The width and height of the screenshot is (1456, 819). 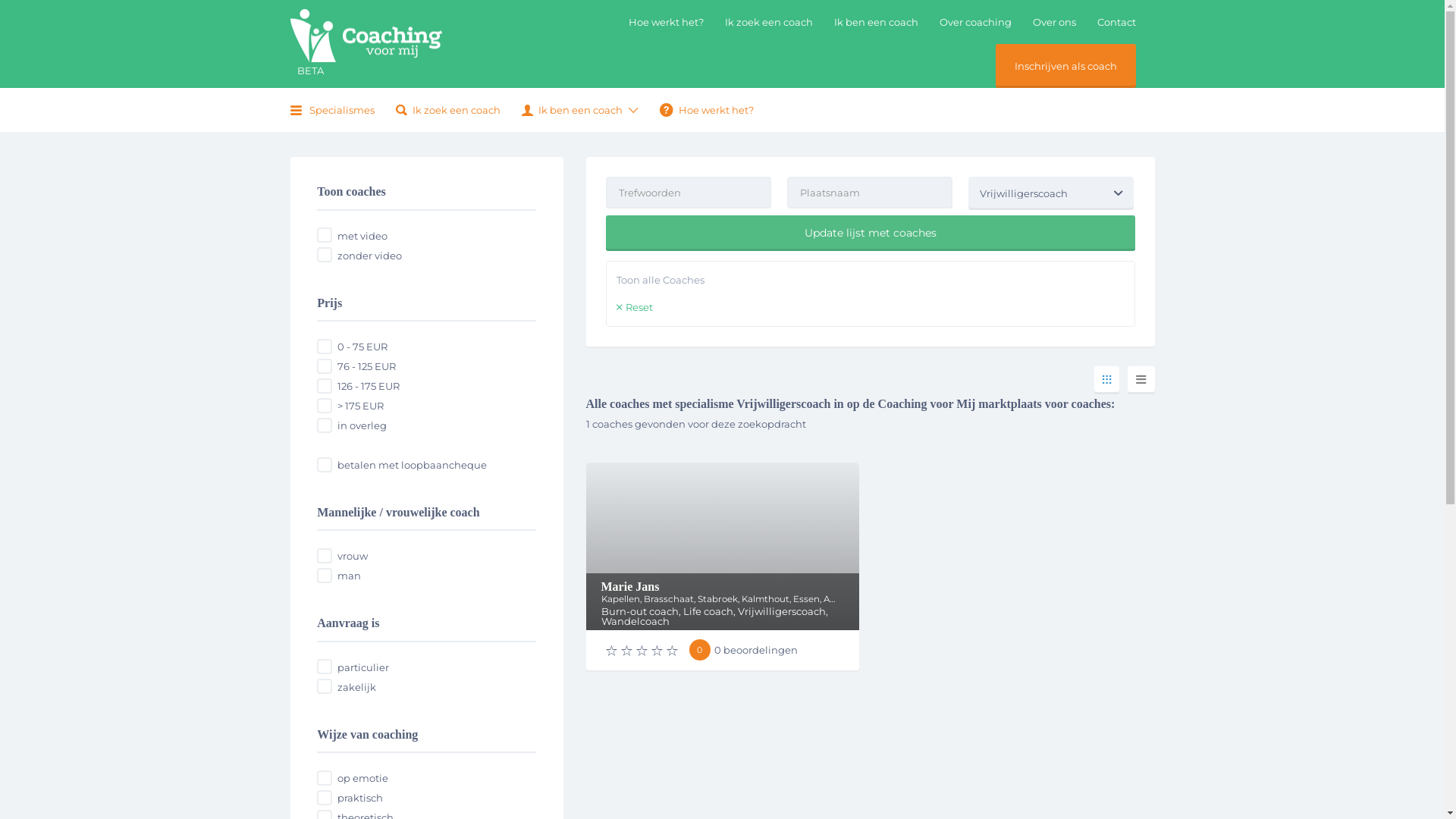 What do you see at coordinates (1065, 65) in the screenshot?
I see `'Inschrijven als coach'` at bounding box center [1065, 65].